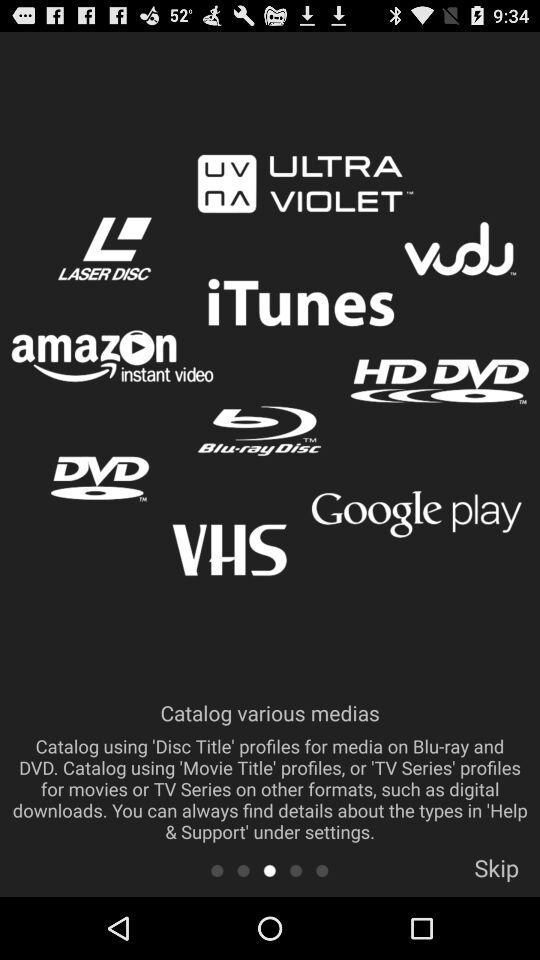  Describe the element at coordinates (495, 873) in the screenshot. I see `skip` at that location.